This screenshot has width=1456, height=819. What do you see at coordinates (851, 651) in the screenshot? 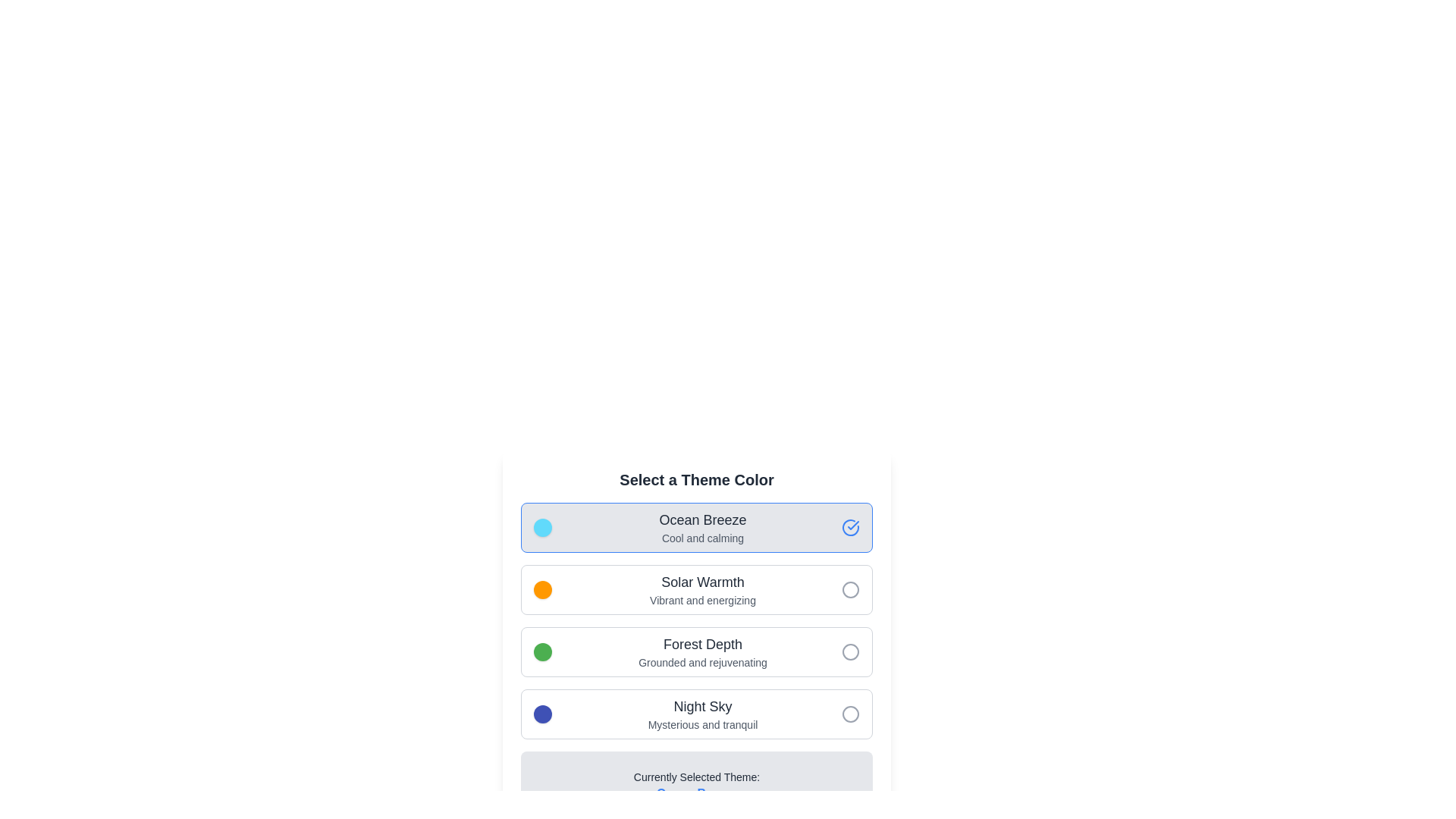
I see `the circular radio button icon located at the far right of the 'Forest Depth' option in the 'Select a Theme Color' section` at bounding box center [851, 651].